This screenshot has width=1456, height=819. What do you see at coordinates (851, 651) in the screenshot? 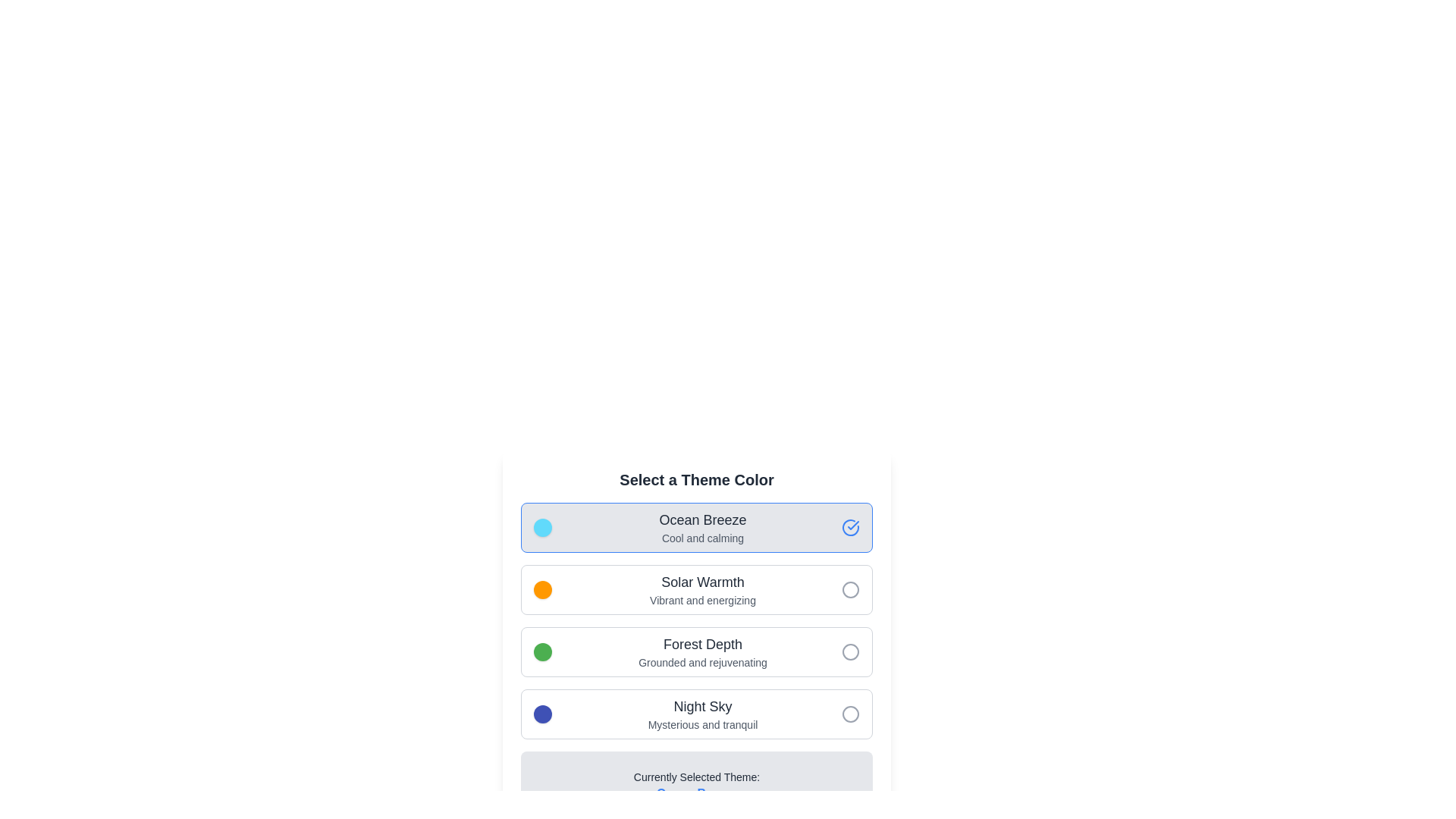
I see `the circular radio button icon located at the far right of the 'Forest Depth' option in the 'Select a Theme Color' section` at bounding box center [851, 651].